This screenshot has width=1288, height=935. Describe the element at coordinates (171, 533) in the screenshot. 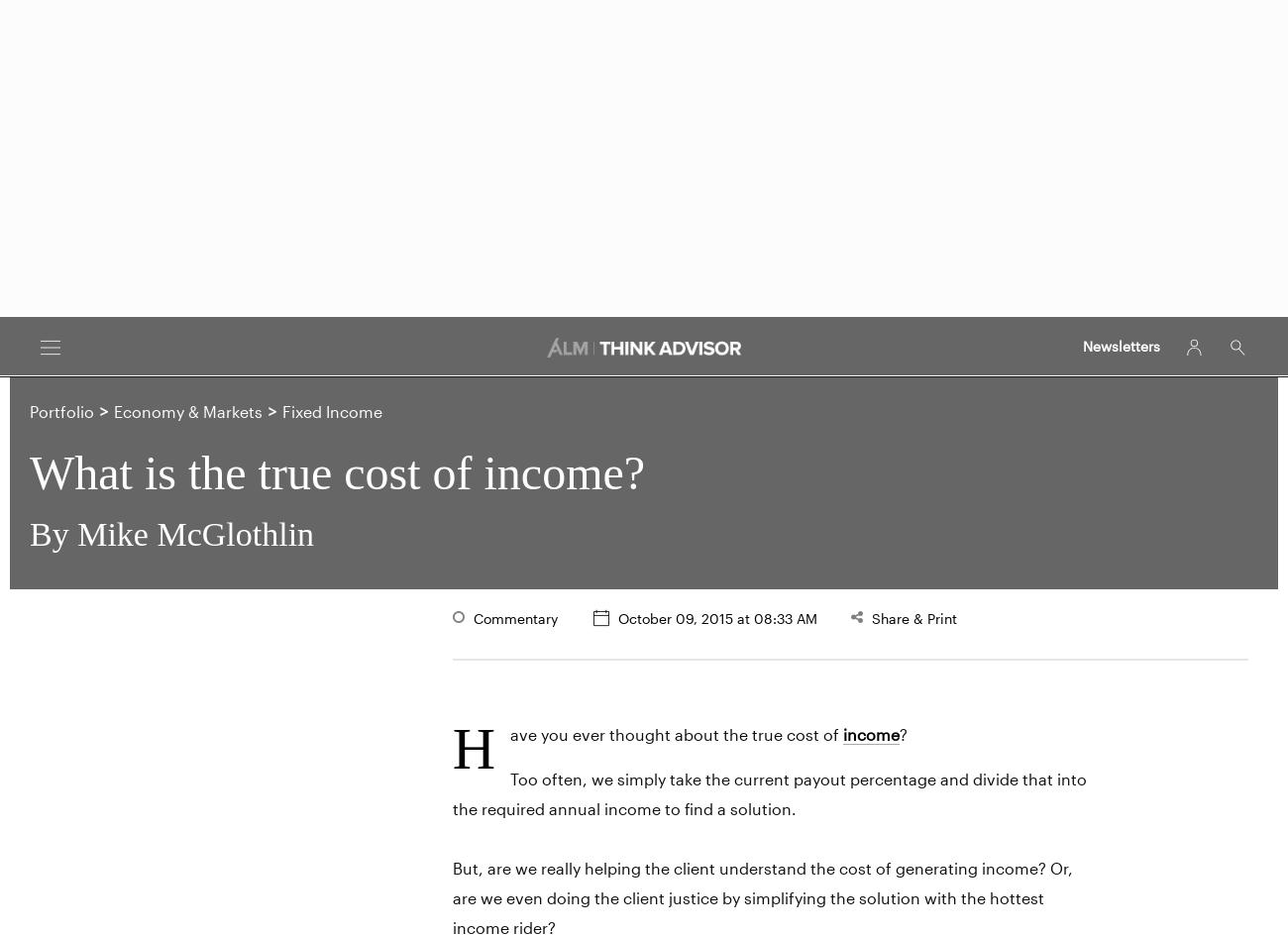

I see `'By
Mike McGlothlin'` at that location.